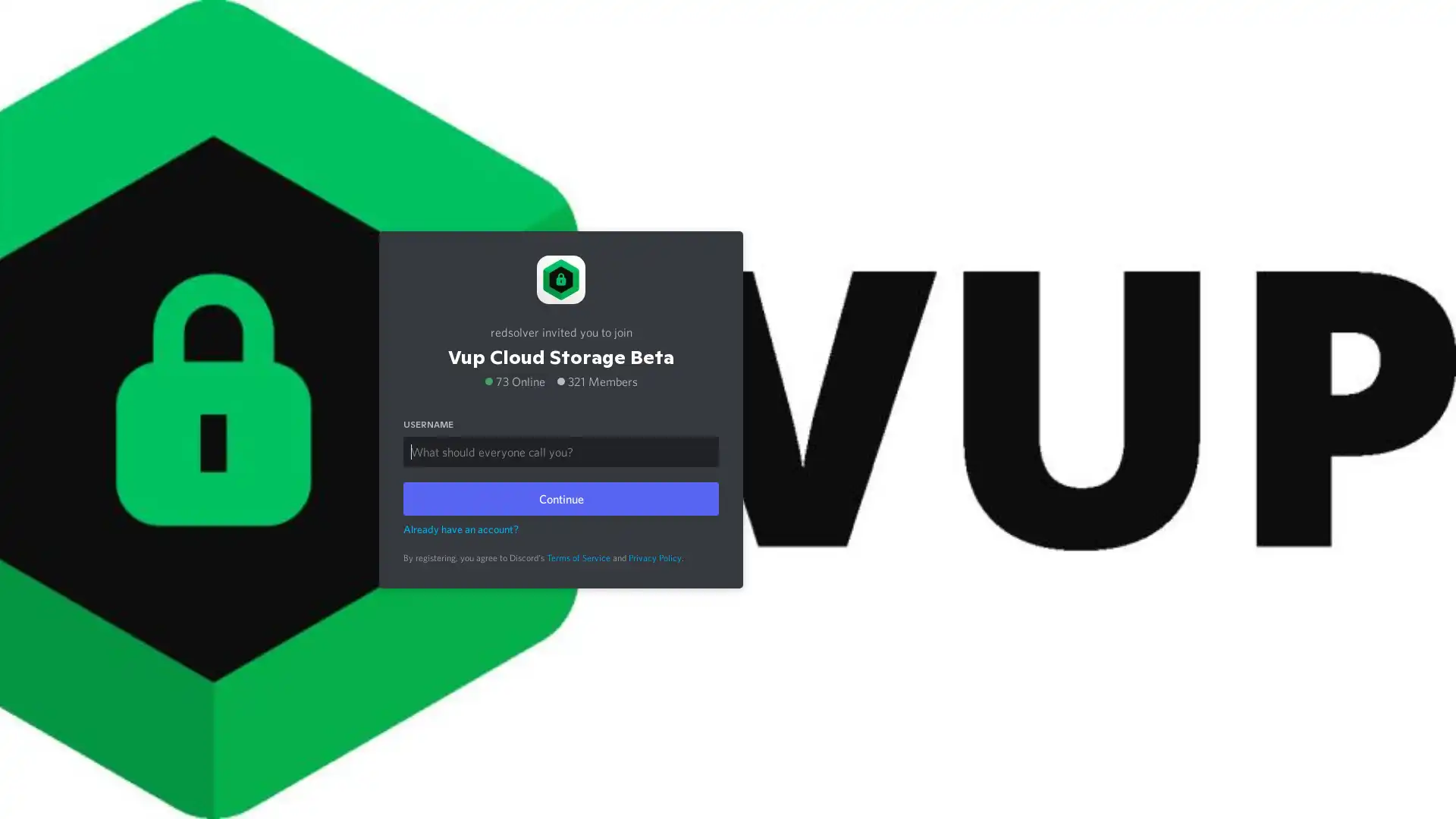 This screenshot has height=819, width=1456. What do you see at coordinates (560, 497) in the screenshot?
I see `Continue` at bounding box center [560, 497].